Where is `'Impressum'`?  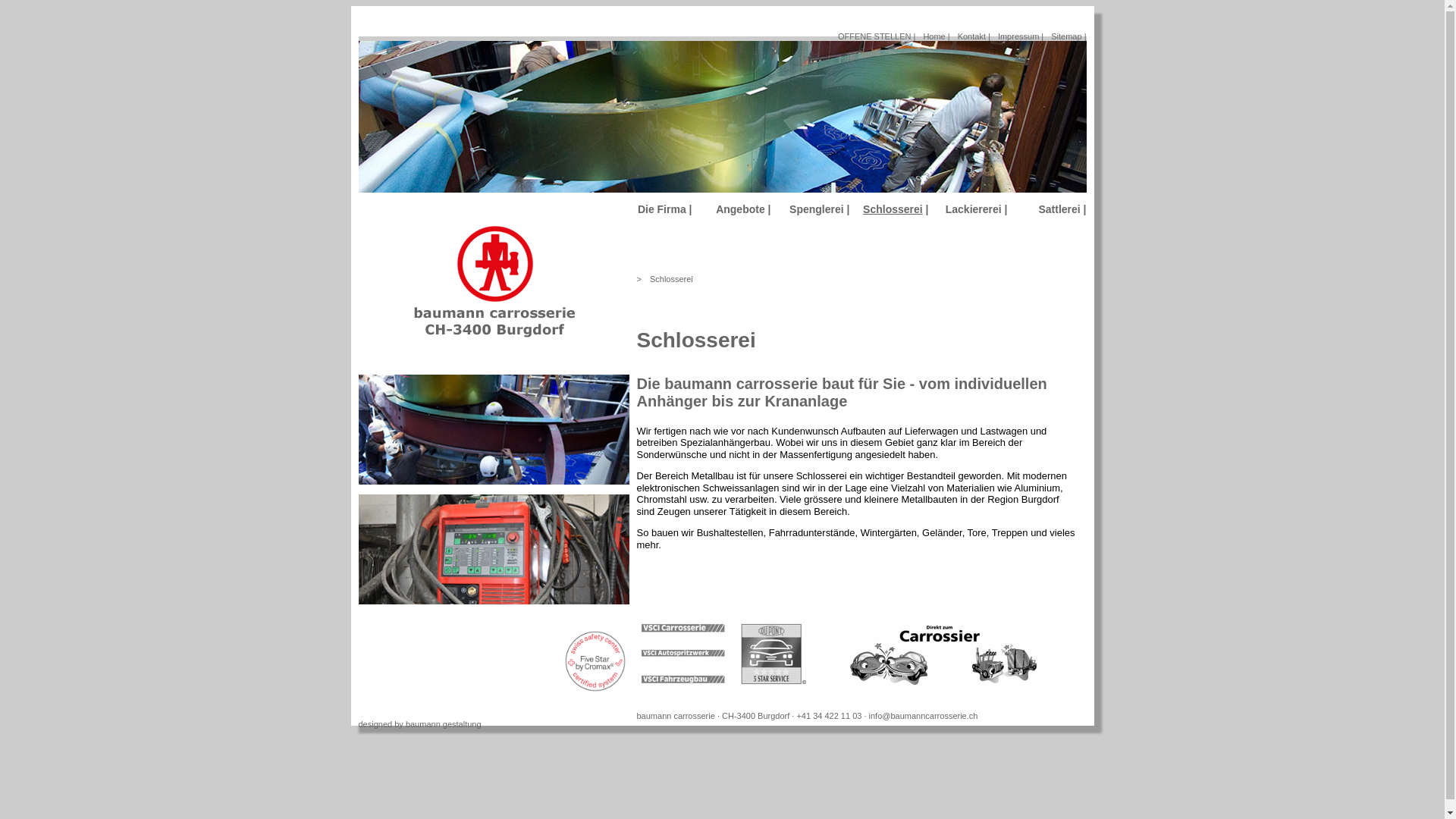
'Impressum' is located at coordinates (997, 35).